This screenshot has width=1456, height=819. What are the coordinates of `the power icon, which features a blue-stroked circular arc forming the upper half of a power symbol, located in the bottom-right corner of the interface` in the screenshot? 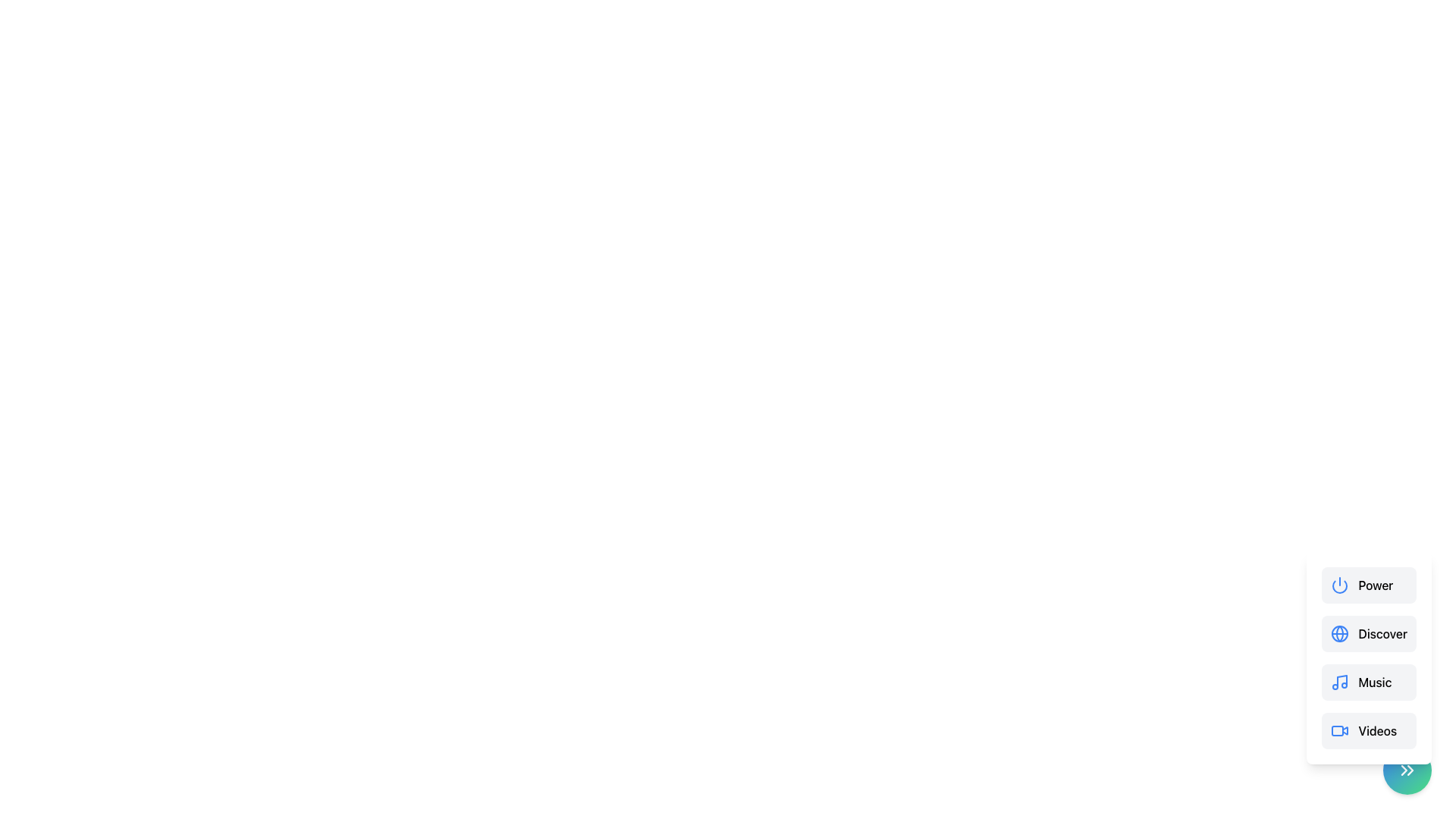 It's located at (1340, 586).